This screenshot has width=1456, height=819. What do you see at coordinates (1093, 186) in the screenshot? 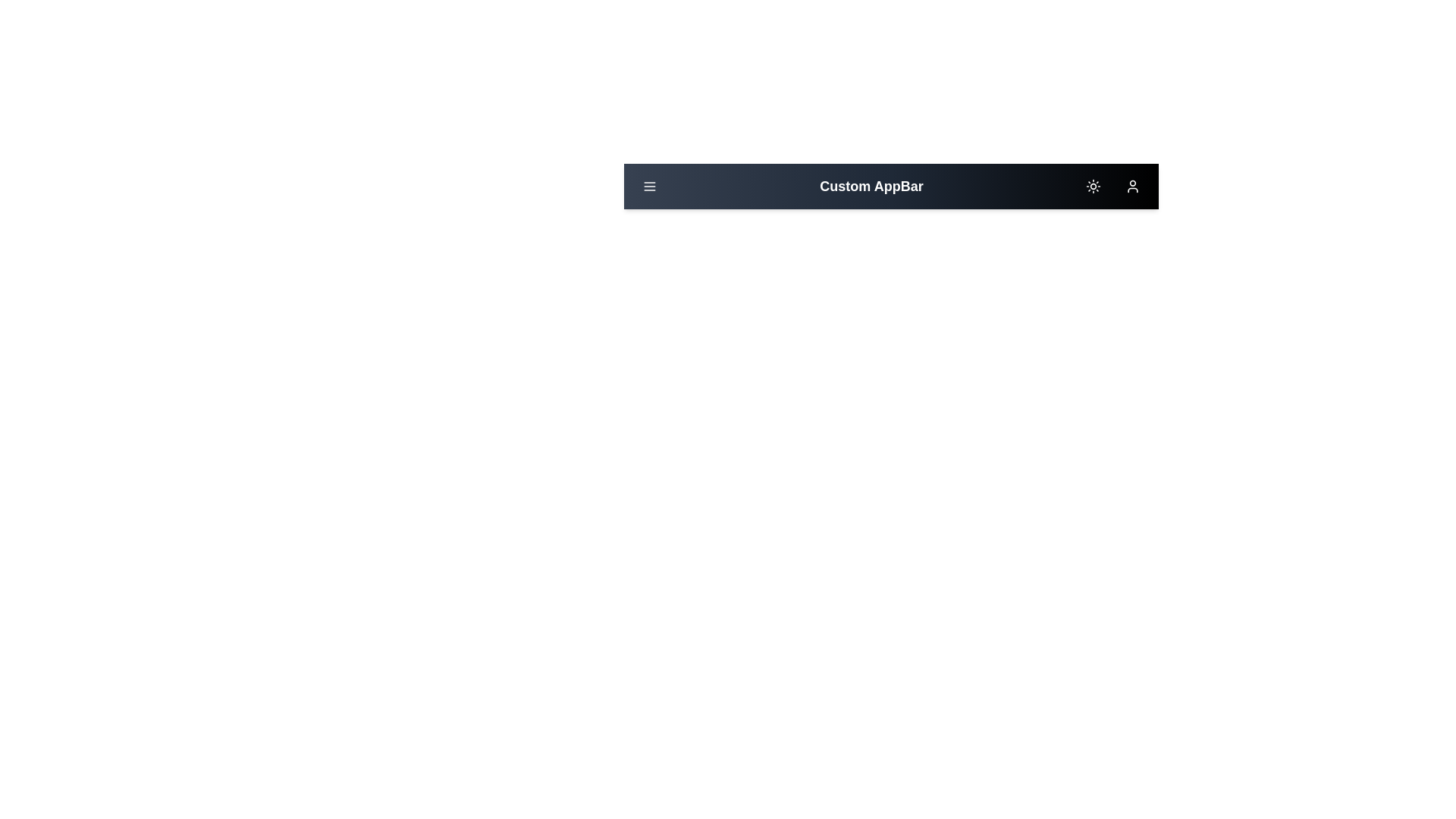
I see `the sun/moon button to toggle between light and dark modes` at bounding box center [1093, 186].